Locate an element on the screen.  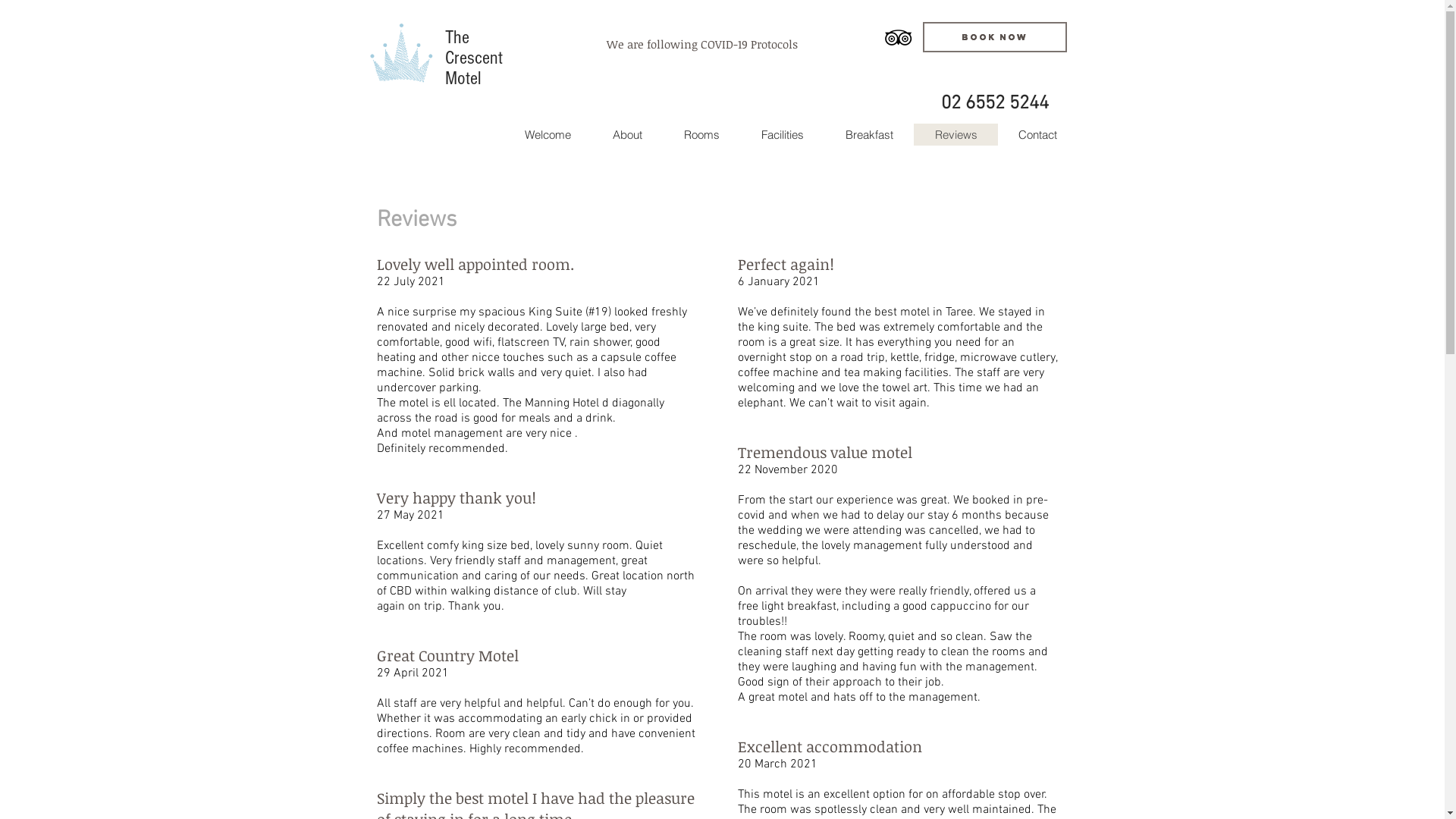
'Book NOW' is located at coordinates (993, 36).